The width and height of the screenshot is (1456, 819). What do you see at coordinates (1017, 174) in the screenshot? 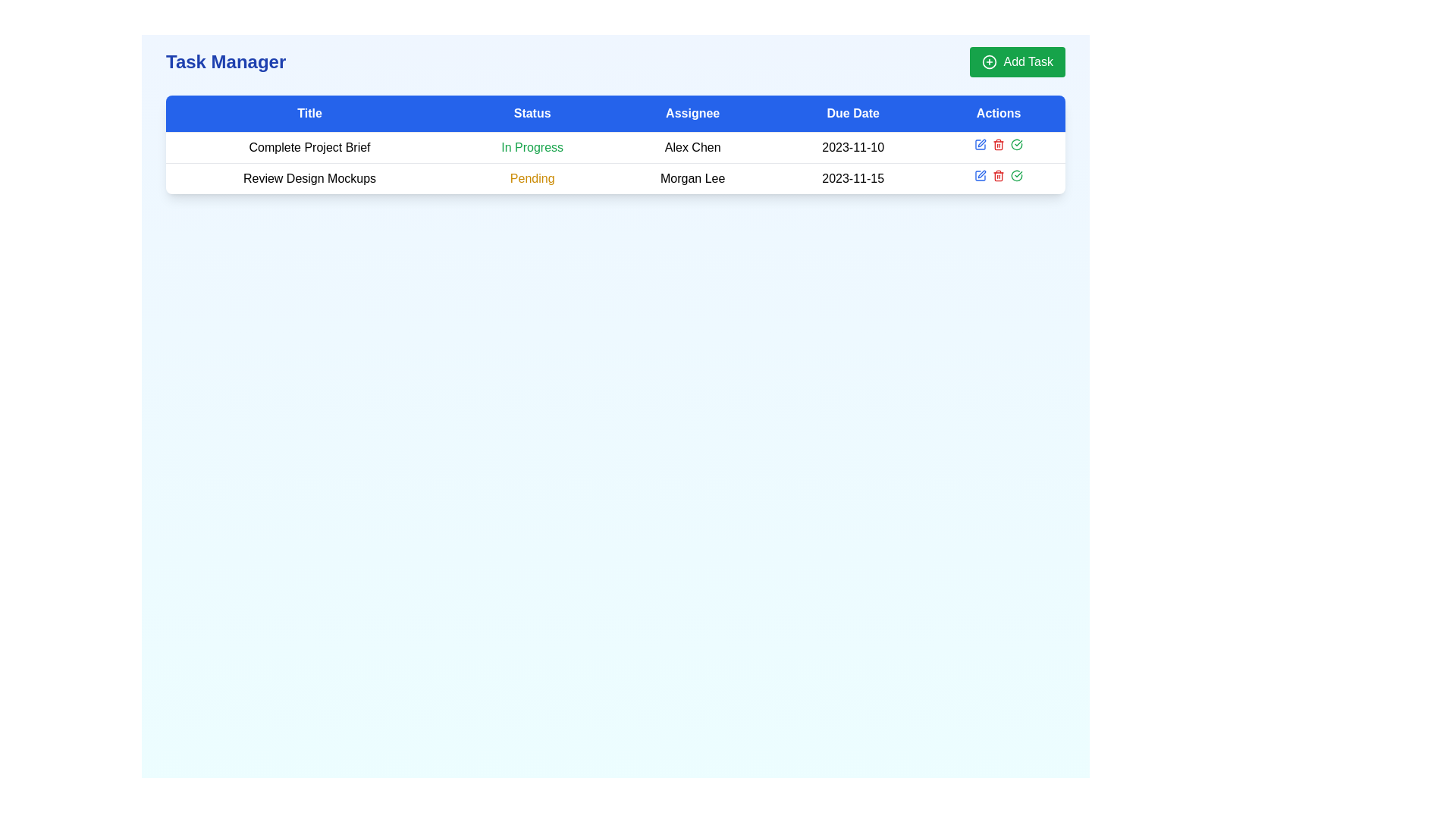
I see `the green circular check mark button in the Actions column of the first row of the data table` at bounding box center [1017, 174].